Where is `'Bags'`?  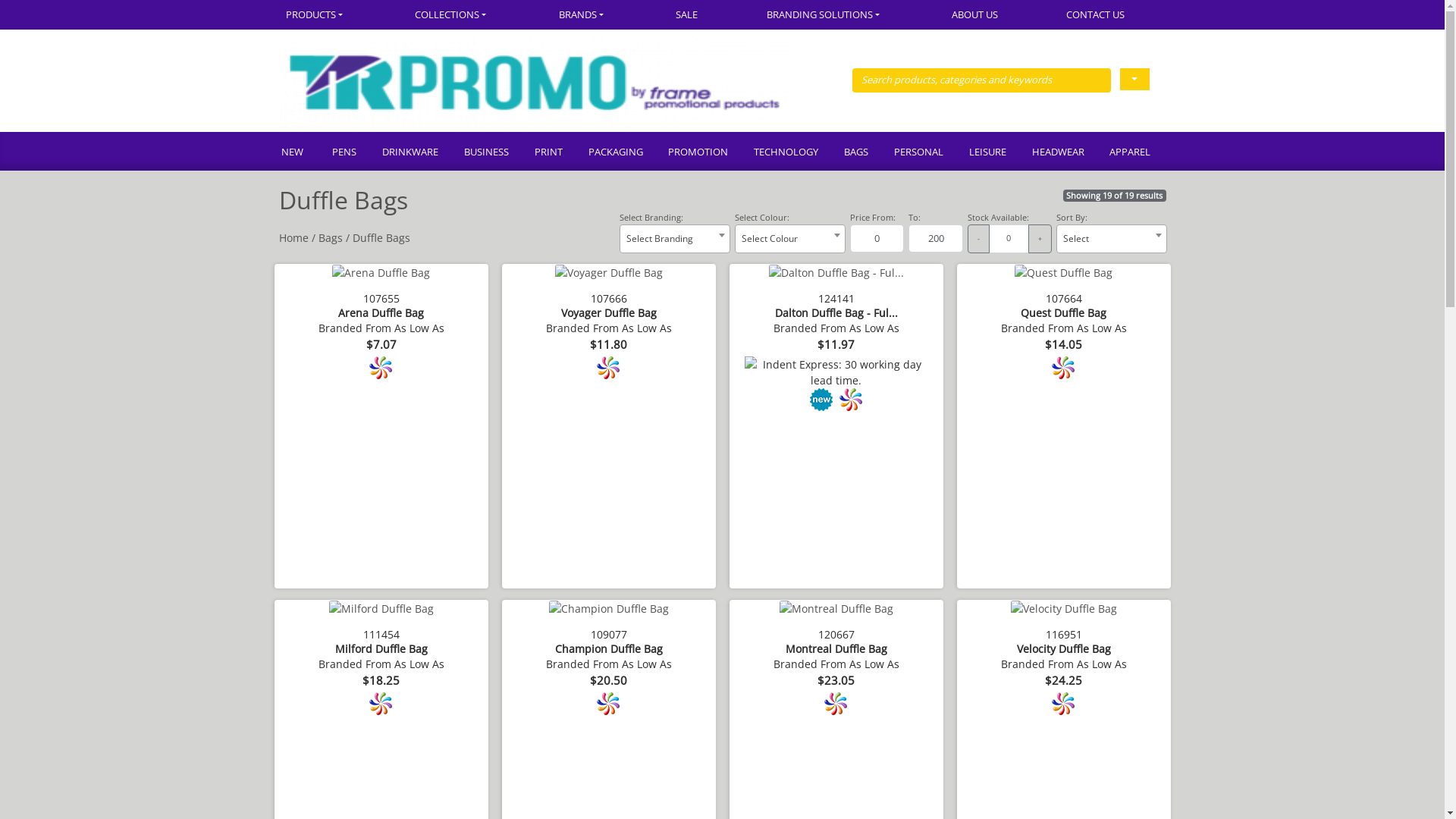 'Bags' is located at coordinates (330, 237).